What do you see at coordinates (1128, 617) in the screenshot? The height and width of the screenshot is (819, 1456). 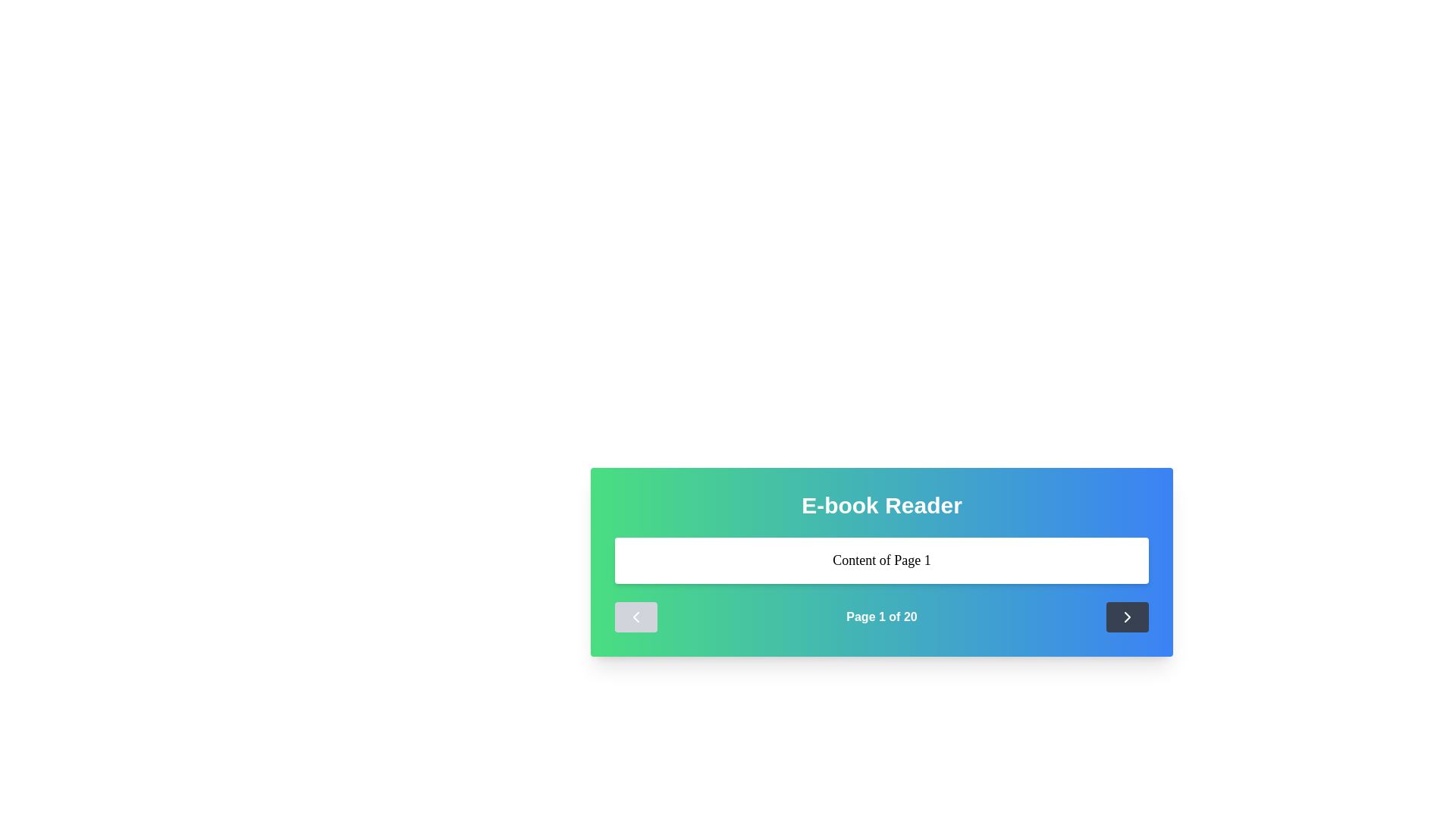 I see `the button that serves as a navigation control for advancing to the next page in the paginated view, located at the bottom-right section of the interface` at bounding box center [1128, 617].